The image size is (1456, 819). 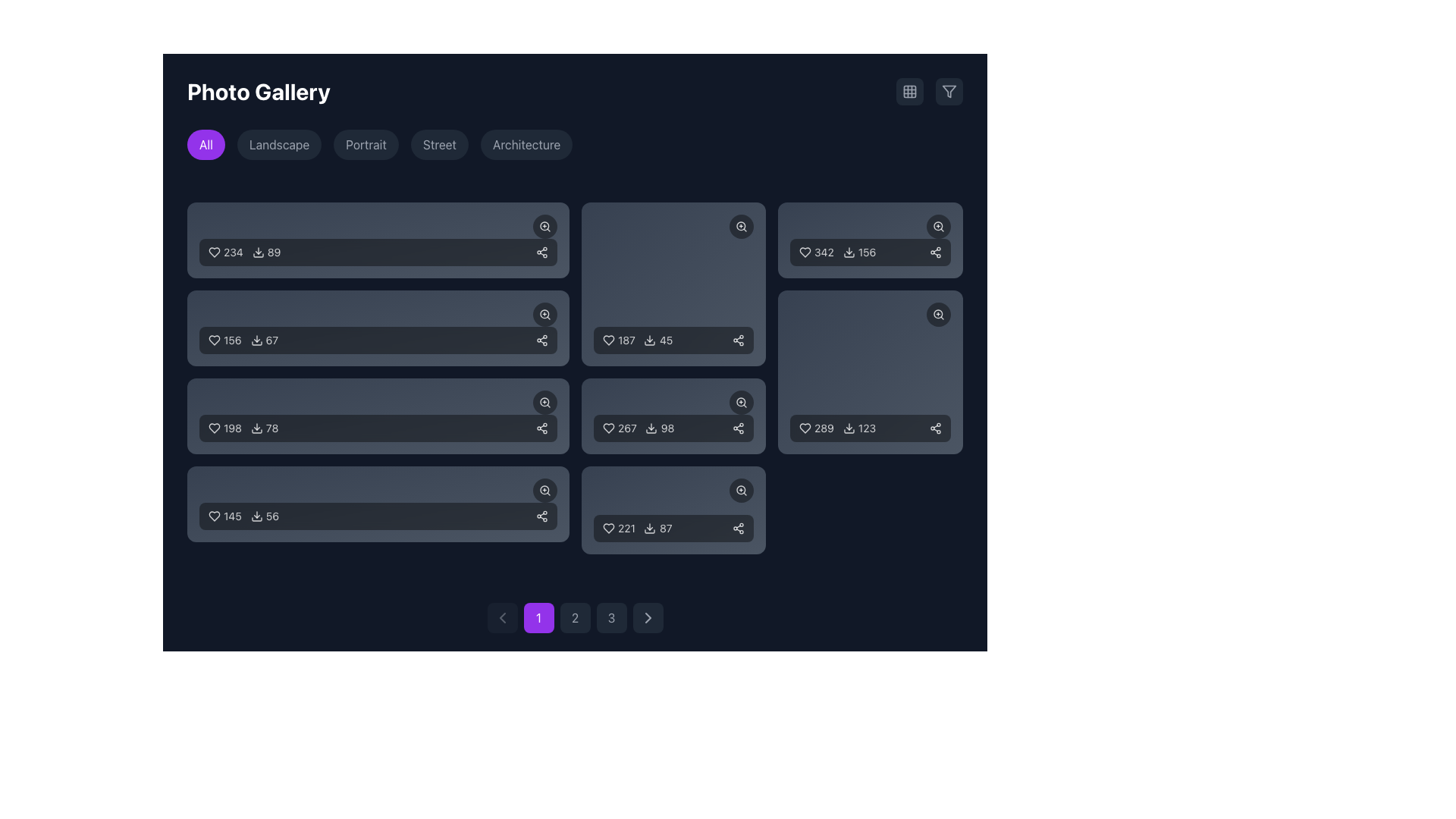 What do you see at coordinates (271, 339) in the screenshot?
I see `the text element displaying a counter or metric, located in the second row and first column of a grid layout, towards the bottom right of its card element` at bounding box center [271, 339].